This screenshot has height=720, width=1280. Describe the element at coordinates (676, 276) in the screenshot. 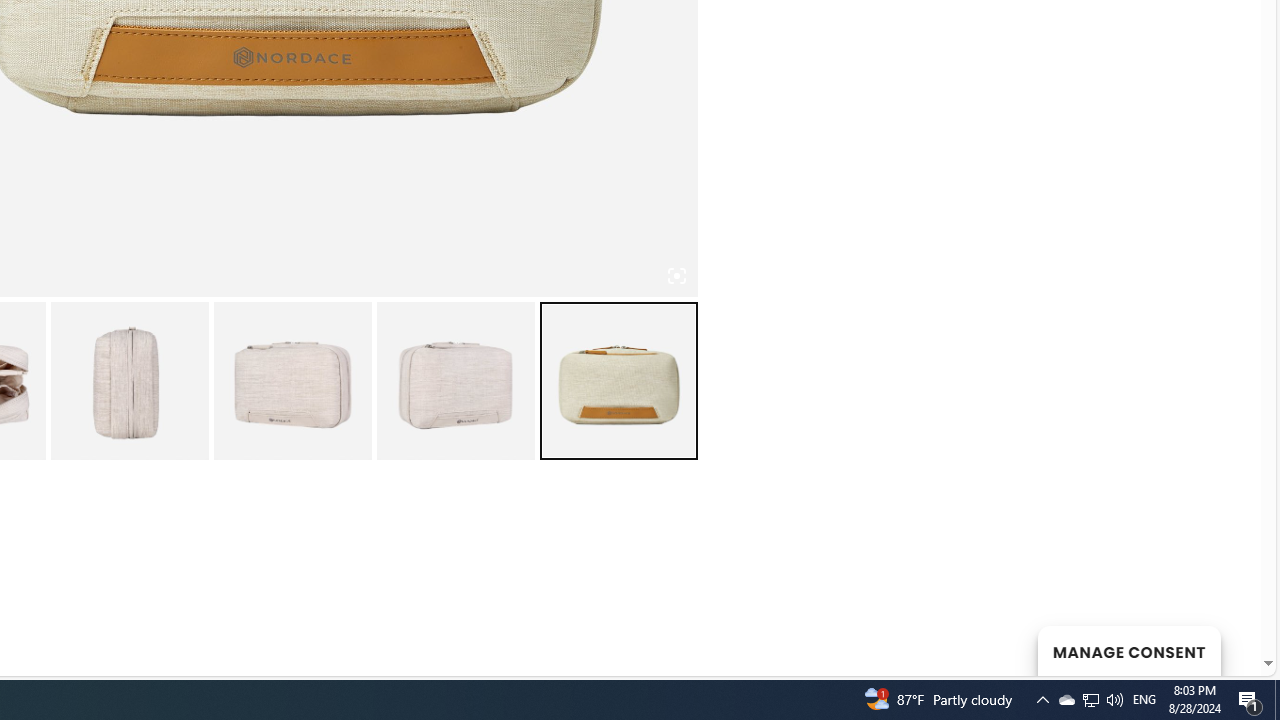

I see `'Class: iconic-woothumbs-fullscreen'` at that location.